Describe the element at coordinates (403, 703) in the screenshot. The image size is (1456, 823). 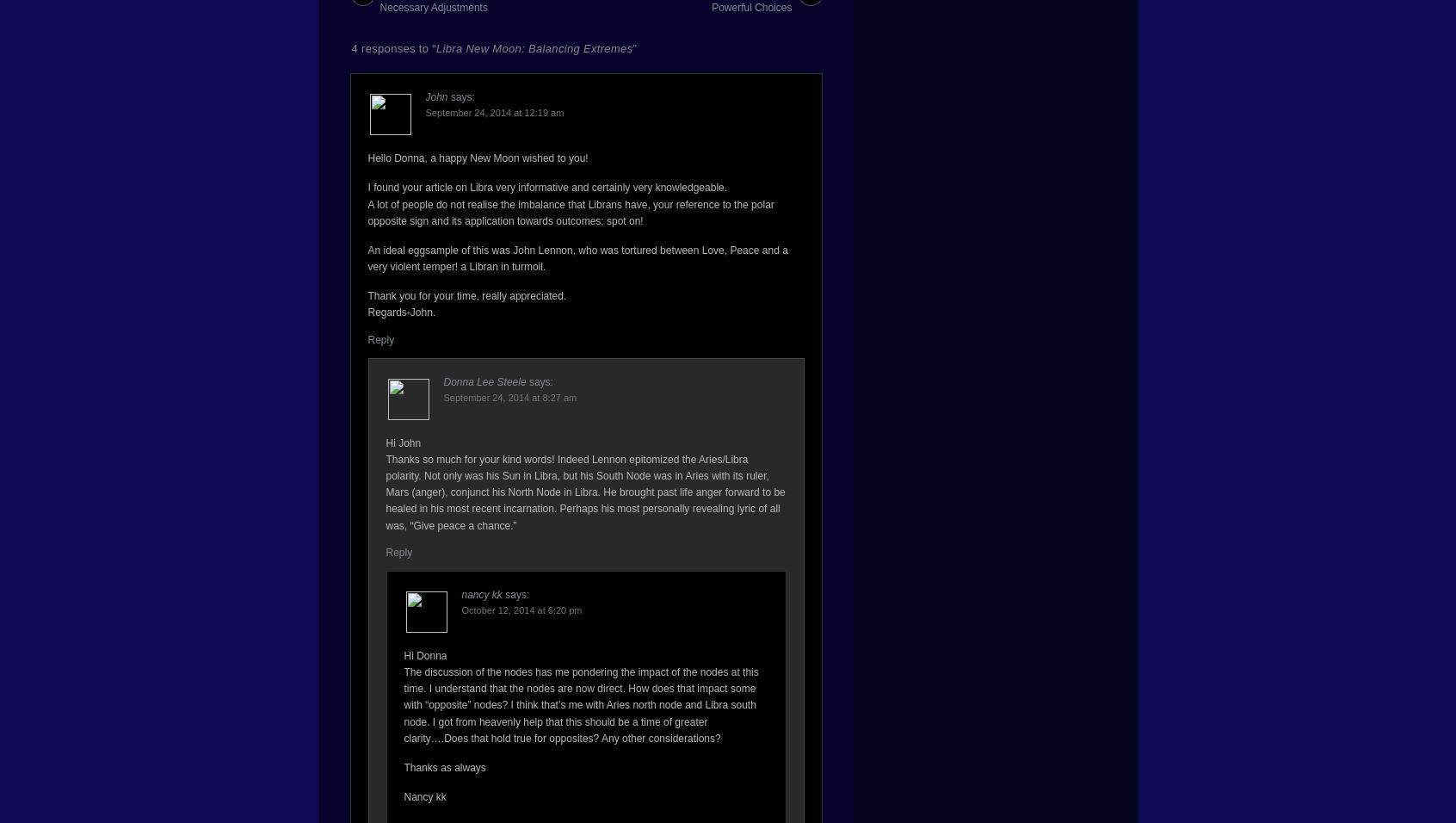
I see `'The discussion of the nodes has me pondering the impact of the nodes at this time.  I understand that the nodes are now direct.  How does that impact some with “opposite” nodes?  I think that’s me with Aries north node and Libra south node.   I got from heavenly help that this should be  a time of greater clarity….Does that hold true for opposites?  Any other considerations?'` at that location.